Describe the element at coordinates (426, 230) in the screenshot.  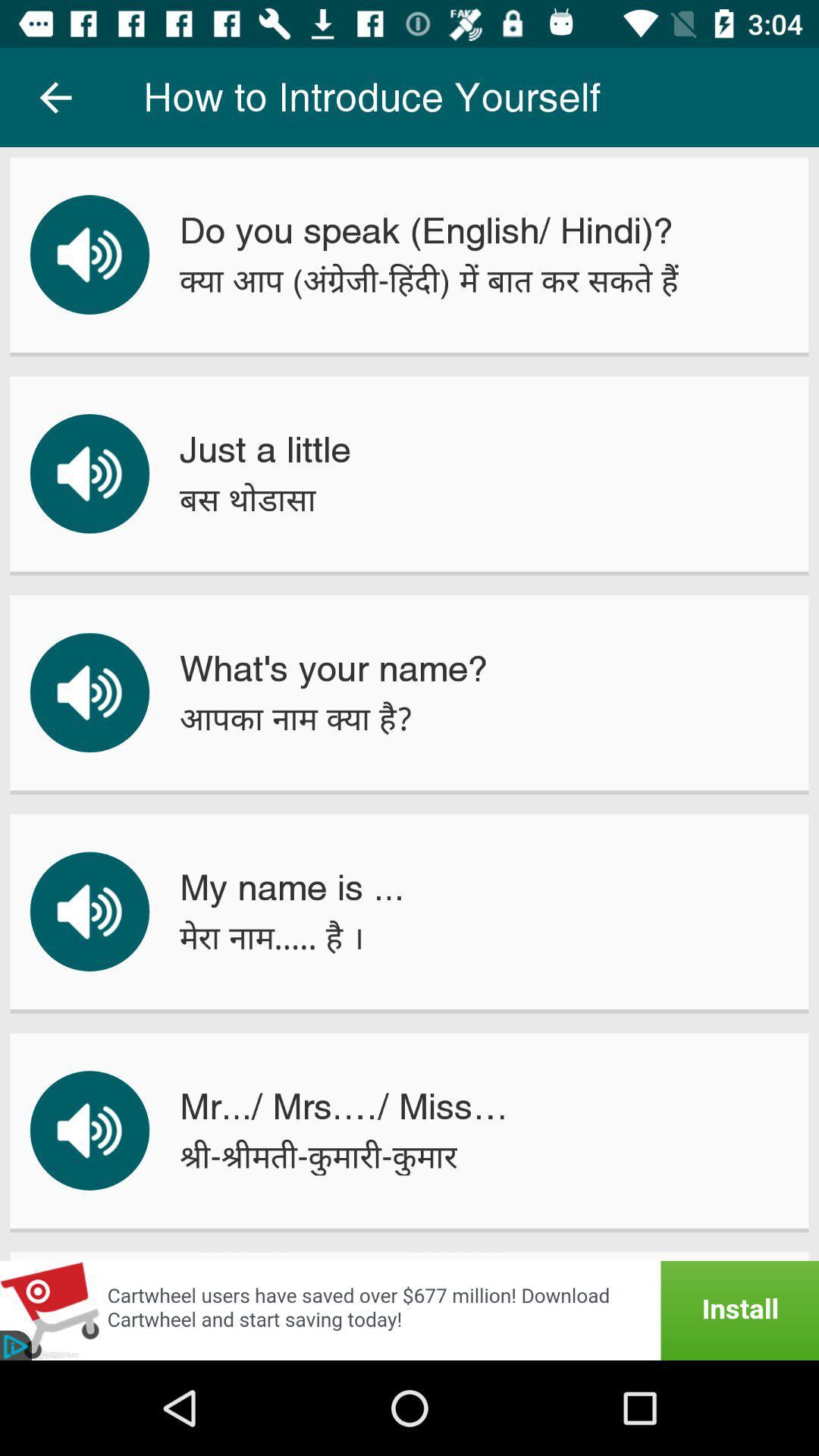
I see `item below the how to introduce icon` at that location.